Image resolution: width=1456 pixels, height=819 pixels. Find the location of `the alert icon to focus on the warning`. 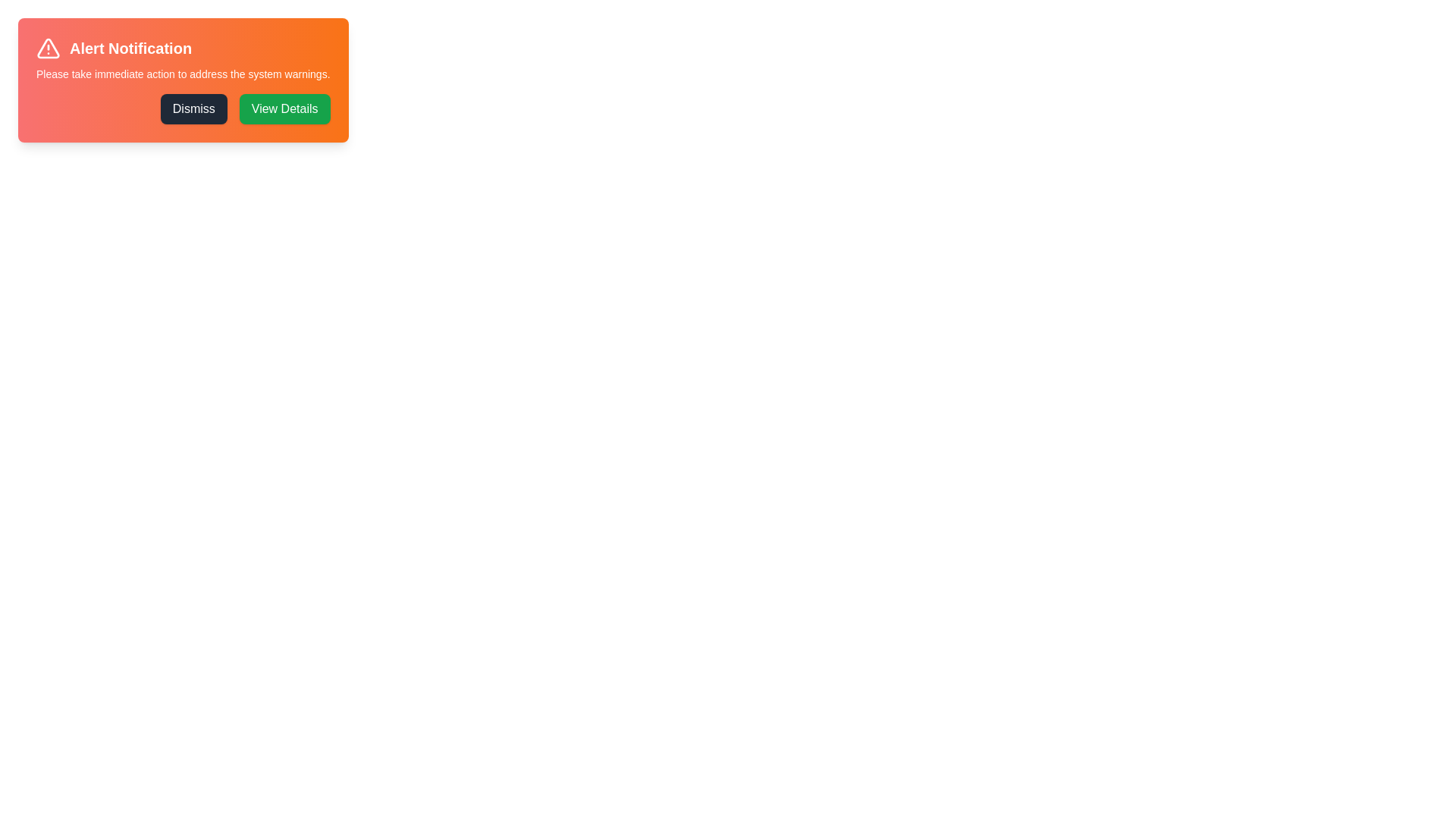

the alert icon to focus on the warning is located at coordinates (48, 48).